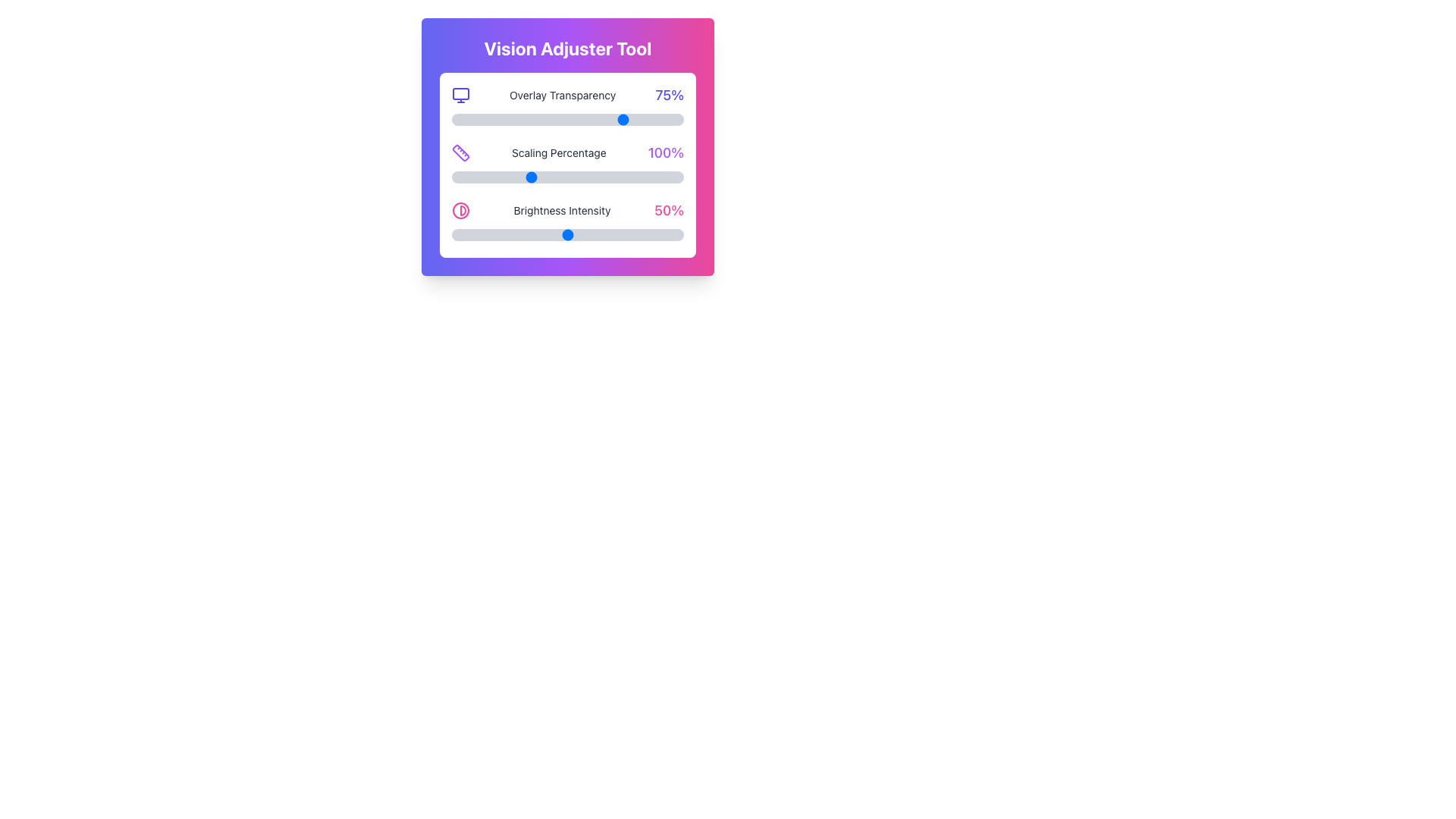 This screenshot has width=1456, height=819. What do you see at coordinates (569, 177) in the screenshot?
I see `the scaling percentage` at bounding box center [569, 177].